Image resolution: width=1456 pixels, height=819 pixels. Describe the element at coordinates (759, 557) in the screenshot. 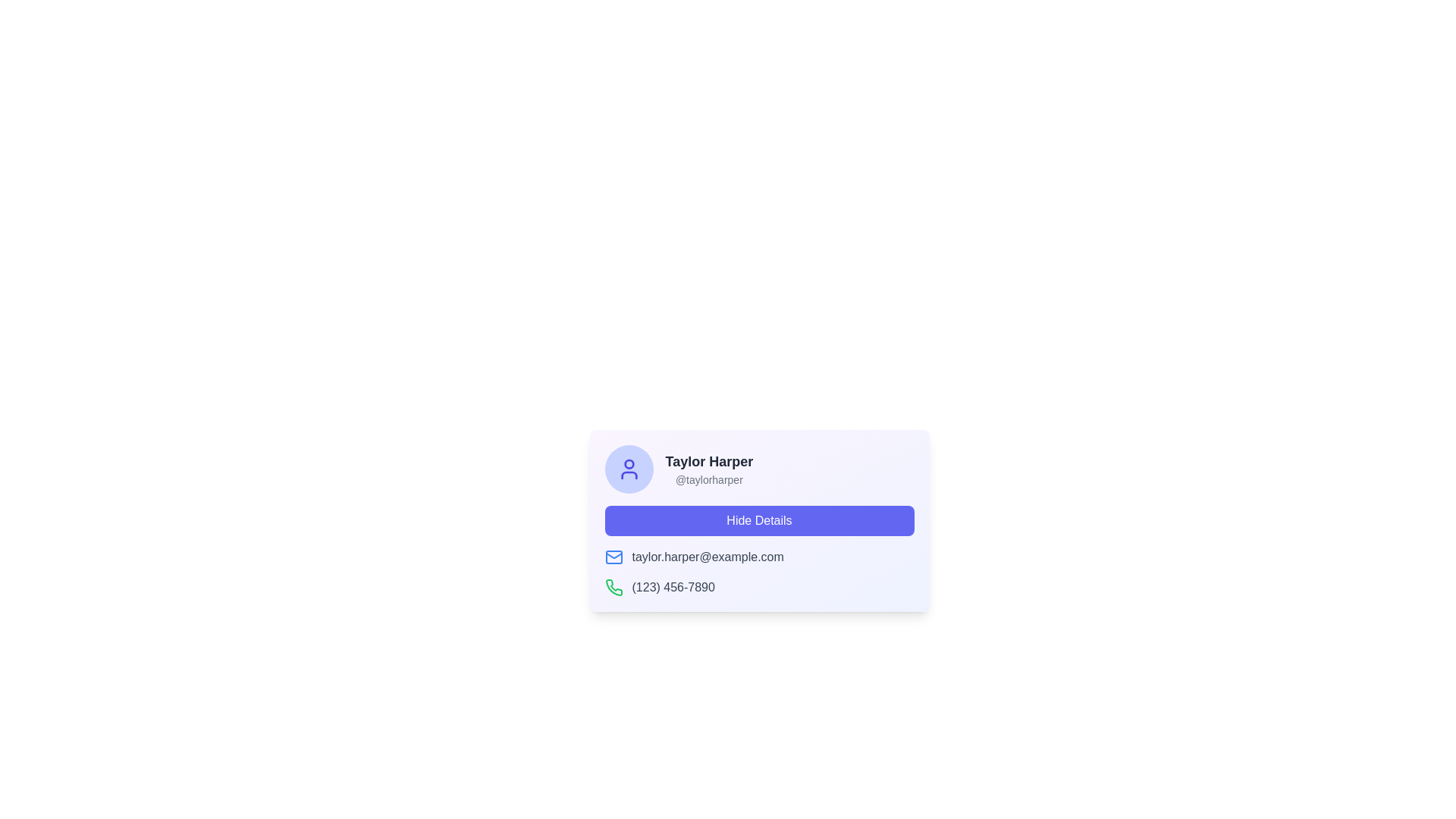

I see `the Text with Icon element that displays an email address, located at the bottom of the card-like layout` at that location.